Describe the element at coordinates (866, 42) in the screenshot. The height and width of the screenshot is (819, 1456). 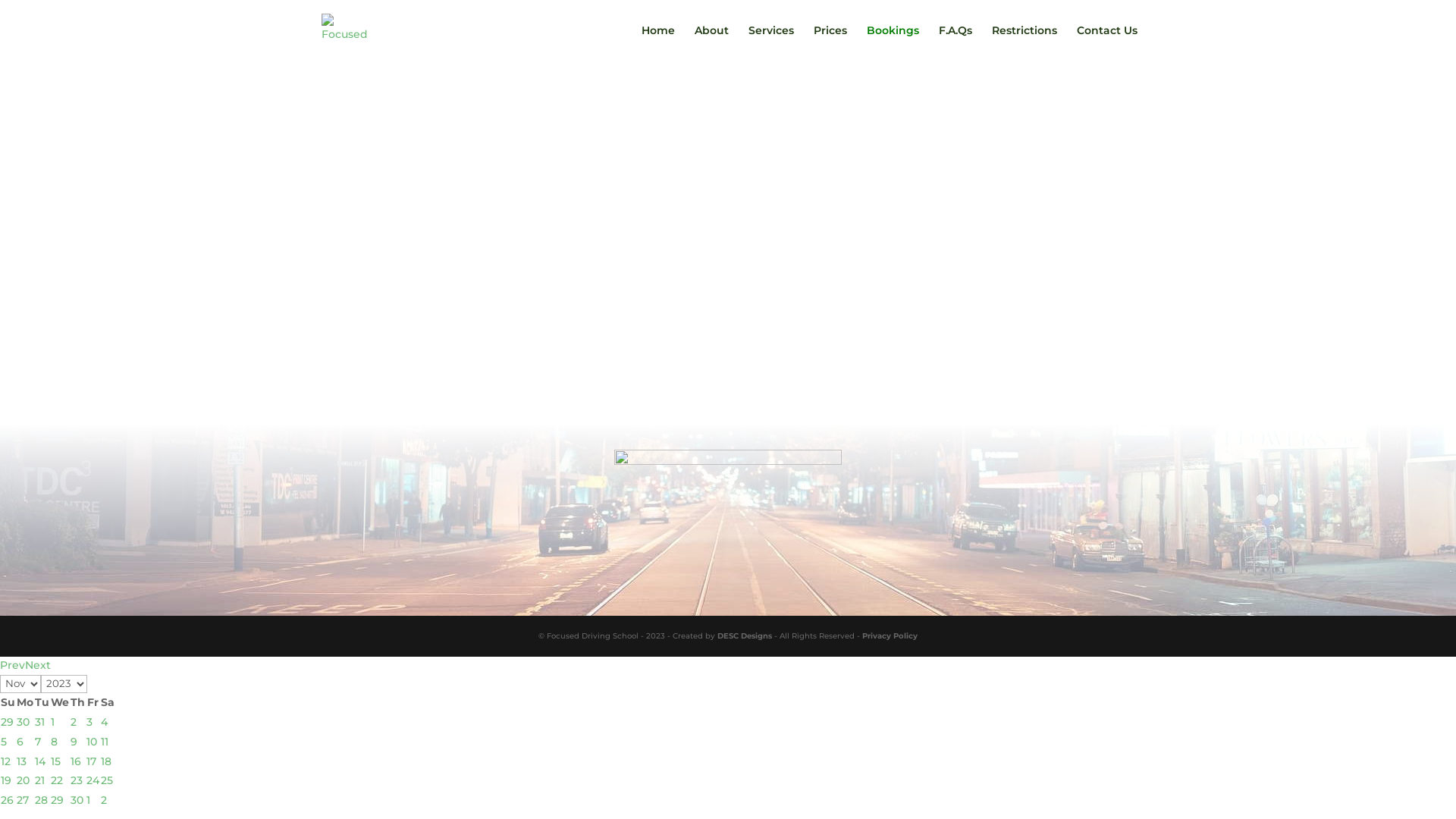
I see `'Bookings'` at that location.